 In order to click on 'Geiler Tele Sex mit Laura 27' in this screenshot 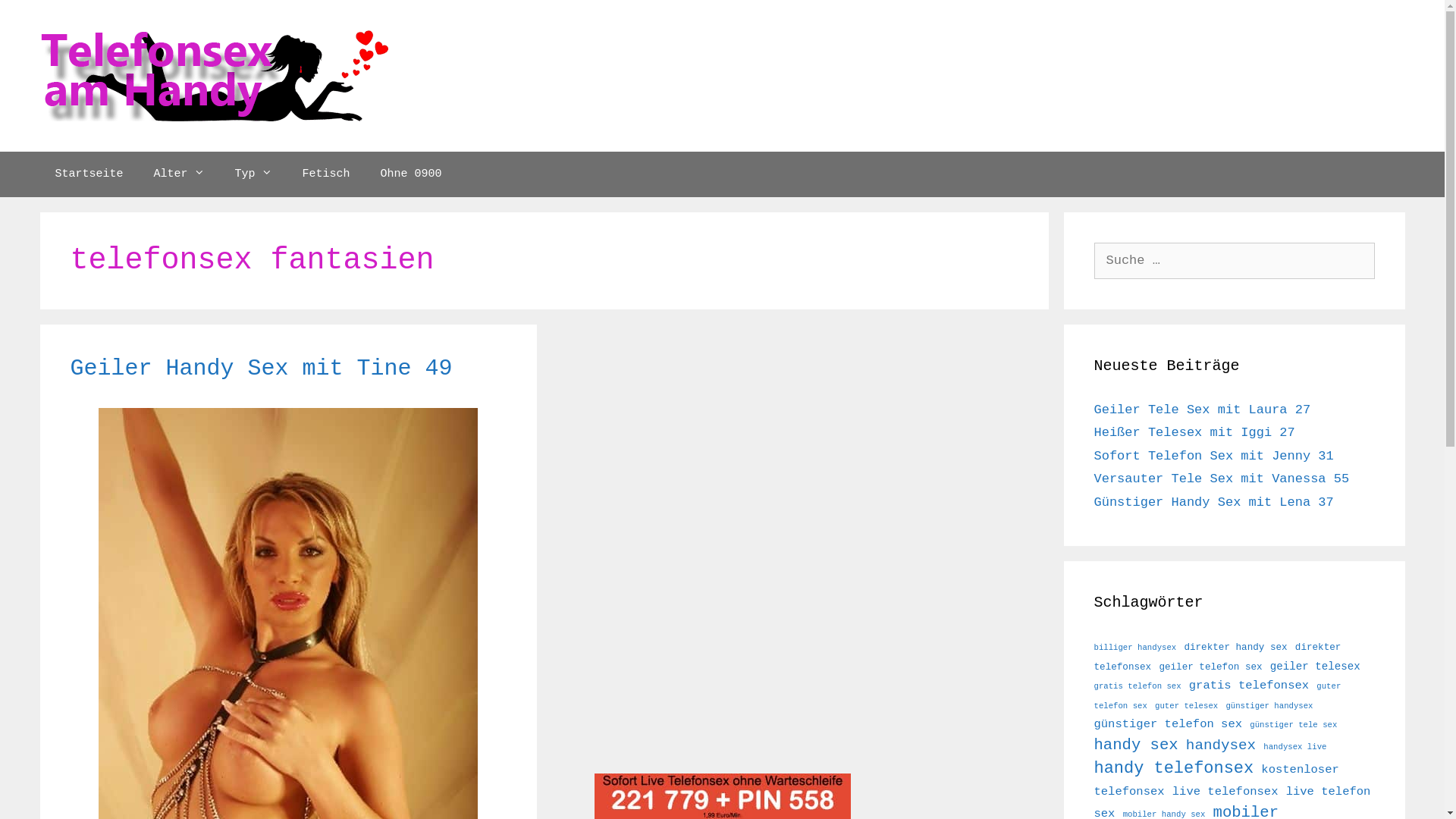, I will do `click(1200, 408)`.